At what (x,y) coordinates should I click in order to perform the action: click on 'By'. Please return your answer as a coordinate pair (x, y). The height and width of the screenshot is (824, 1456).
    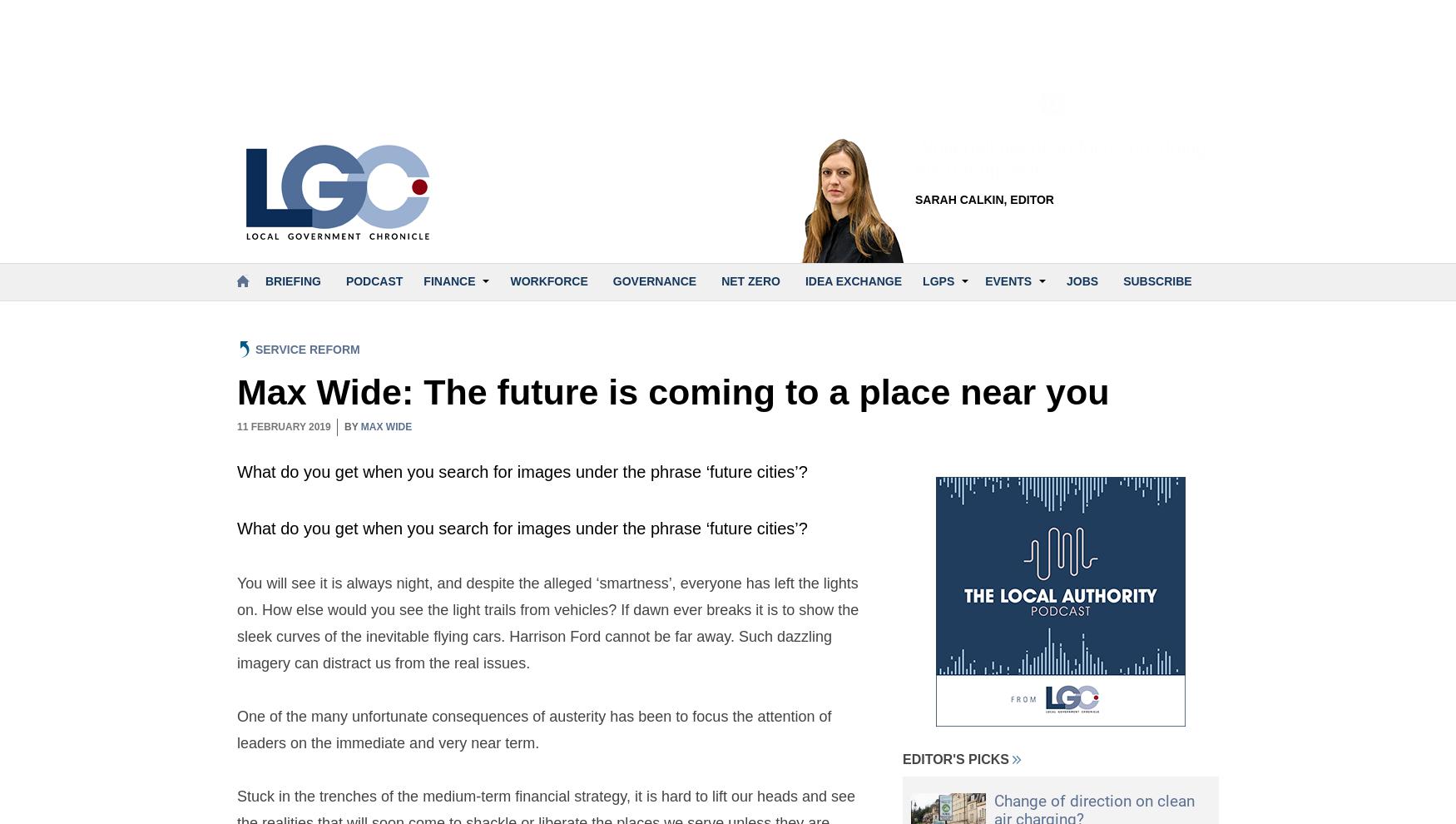
    Looking at the image, I should click on (351, 425).